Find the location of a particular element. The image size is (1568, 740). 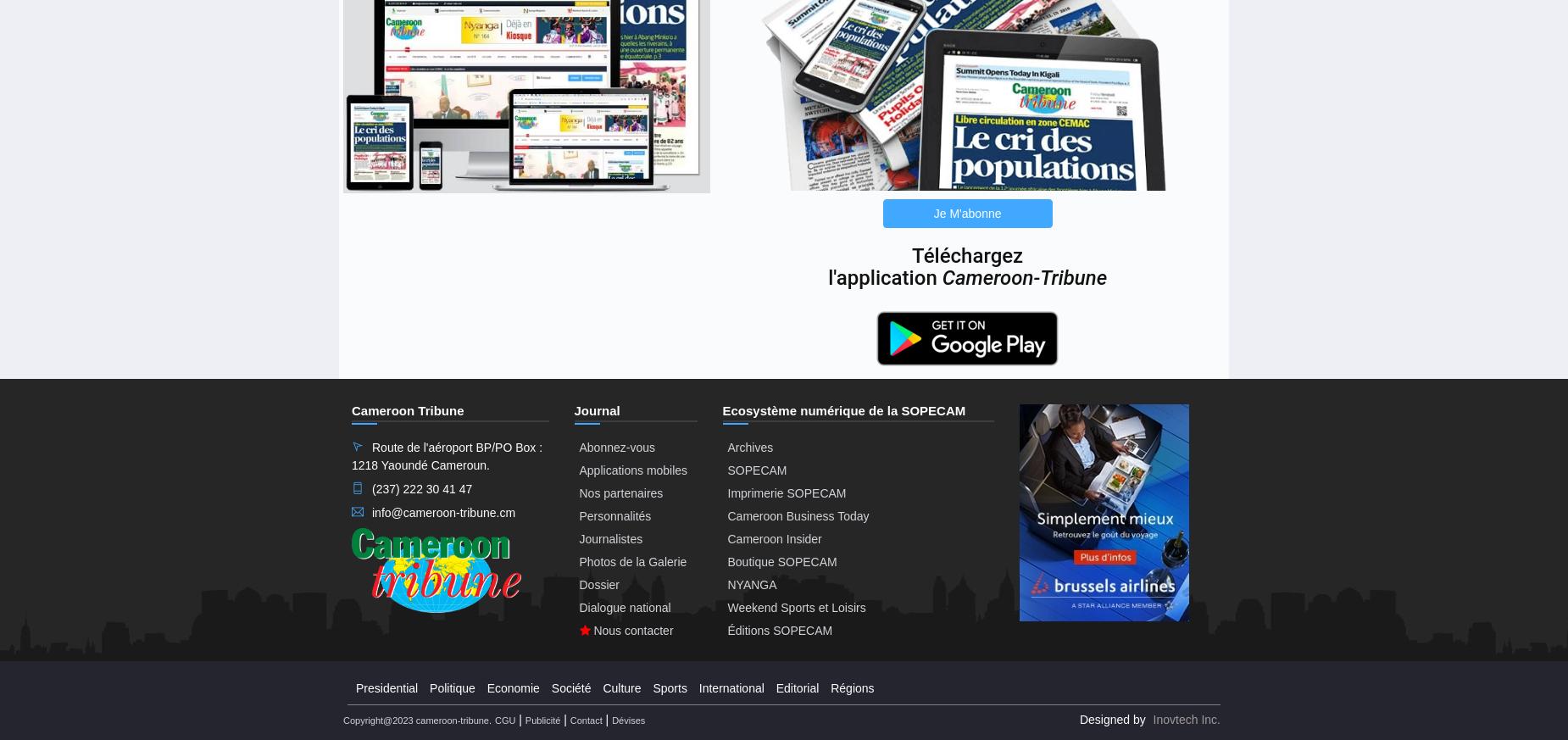

'Designed by' is located at coordinates (1077, 719).